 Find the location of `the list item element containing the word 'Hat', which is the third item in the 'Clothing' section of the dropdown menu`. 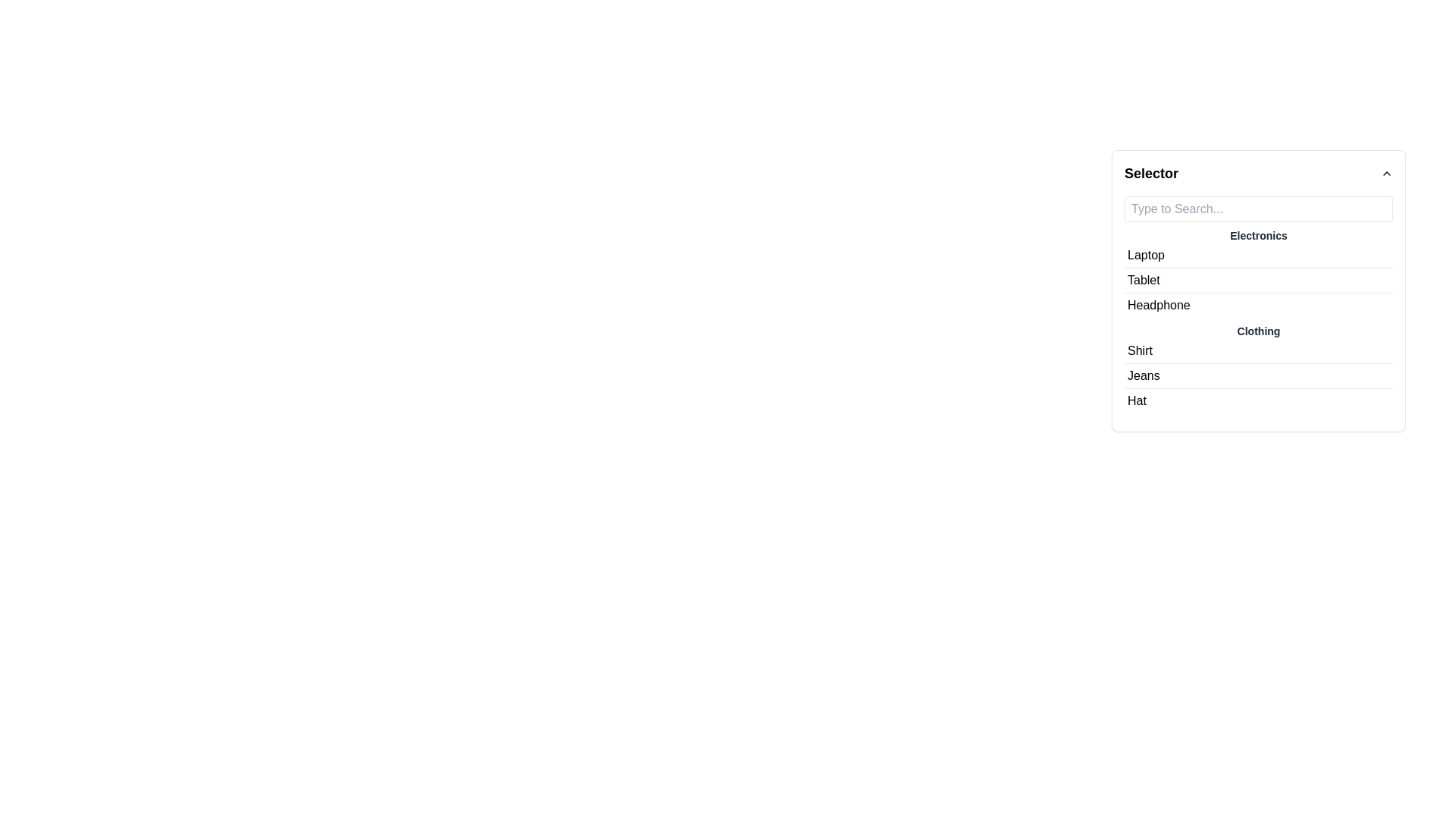

the list item element containing the word 'Hat', which is the third item in the 'Clothing' section of the dropdown menu is located at coordinates (1259, 400).